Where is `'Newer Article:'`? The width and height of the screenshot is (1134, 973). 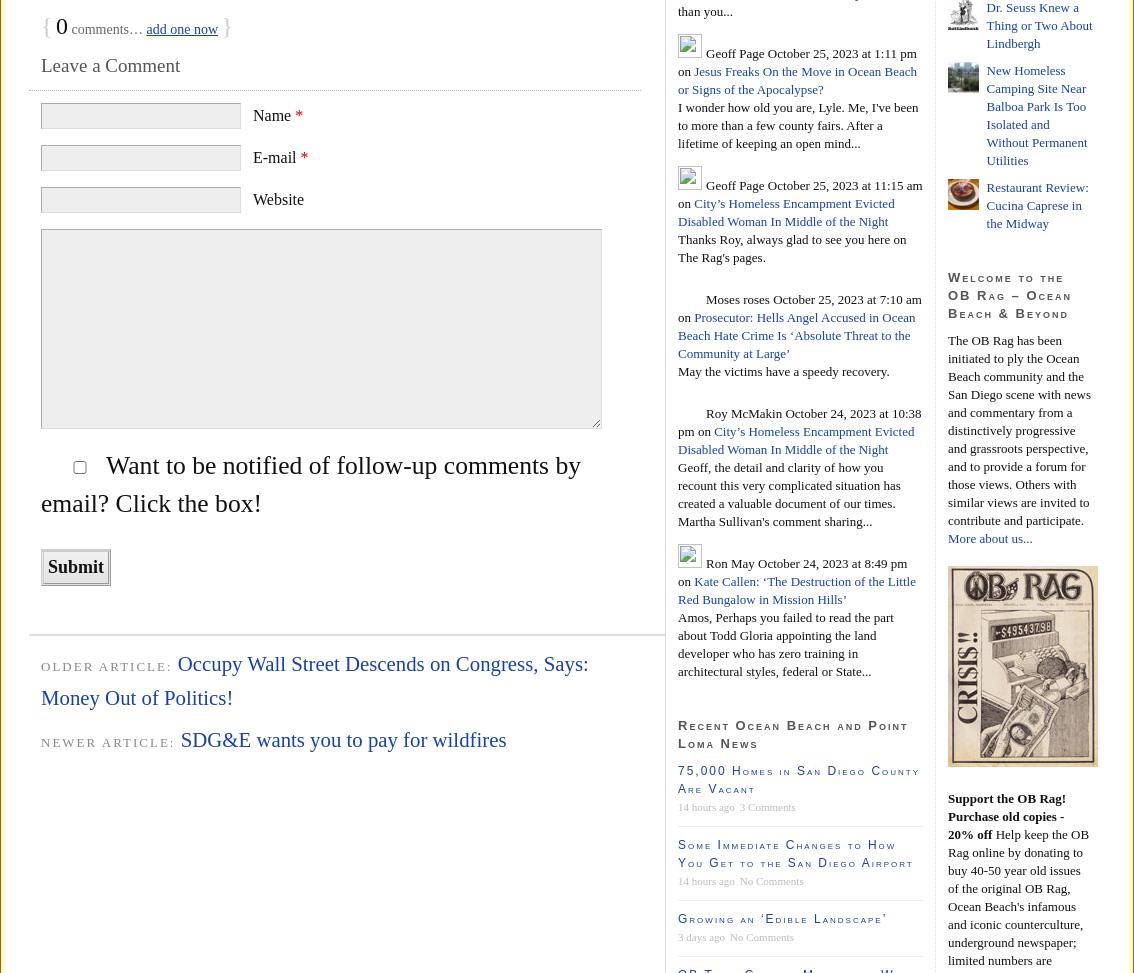 'Newer Article:' is located at coordinates (109, 742).